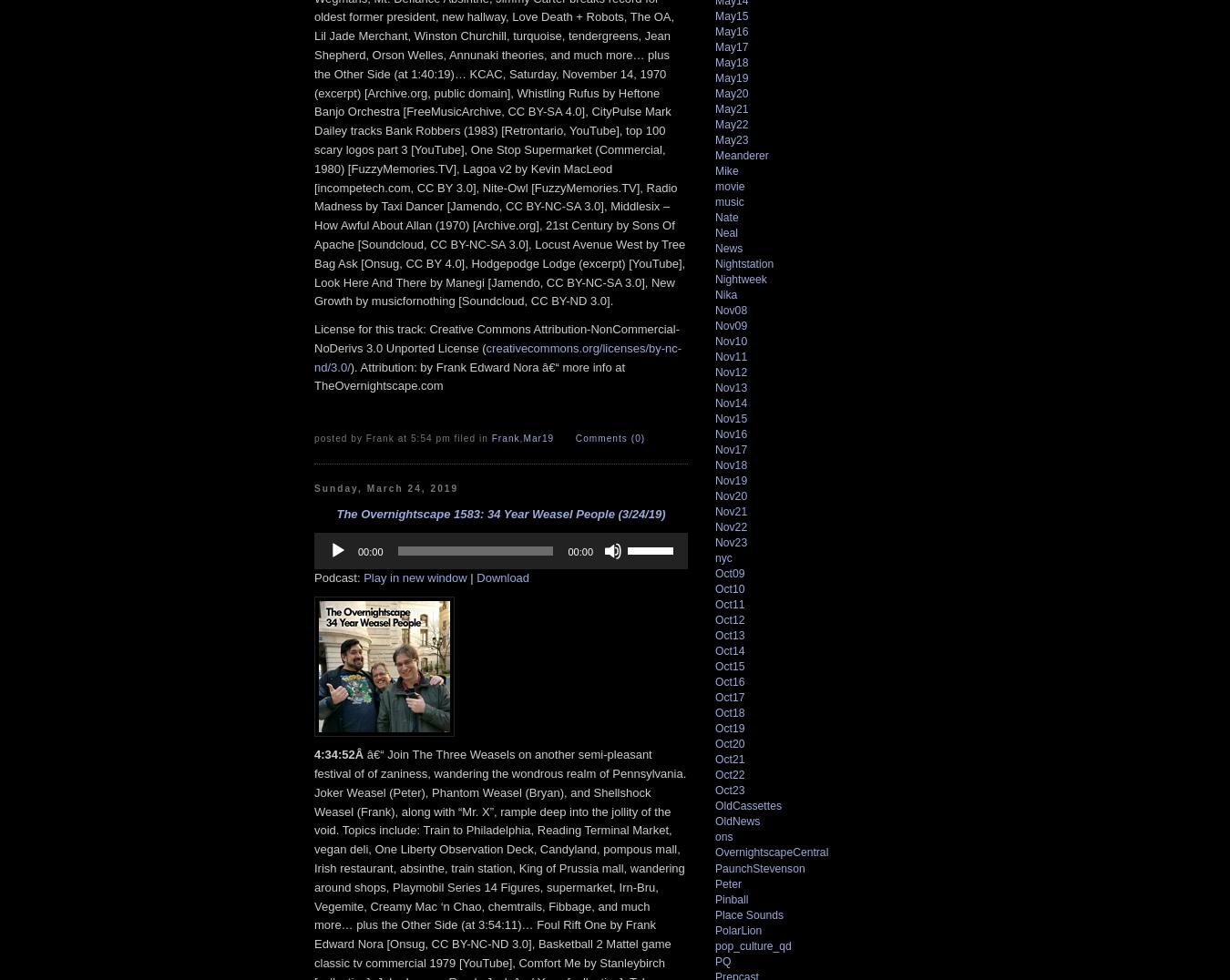 This screenshot has width=1230, height=980. I want to click on 'Oct16', so click(729, 681).